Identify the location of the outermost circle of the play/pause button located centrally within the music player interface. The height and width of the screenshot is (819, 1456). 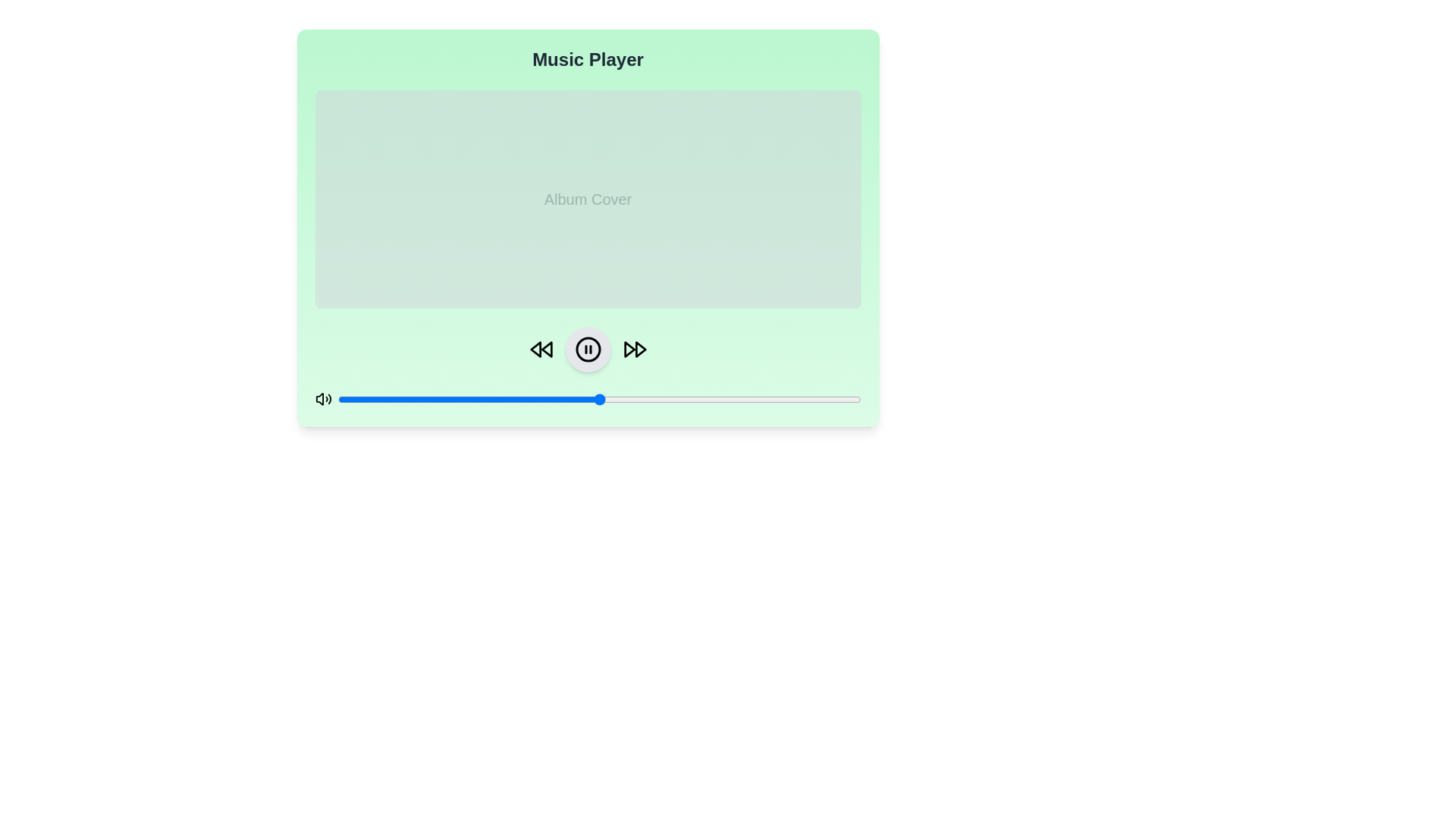
(587, 350).